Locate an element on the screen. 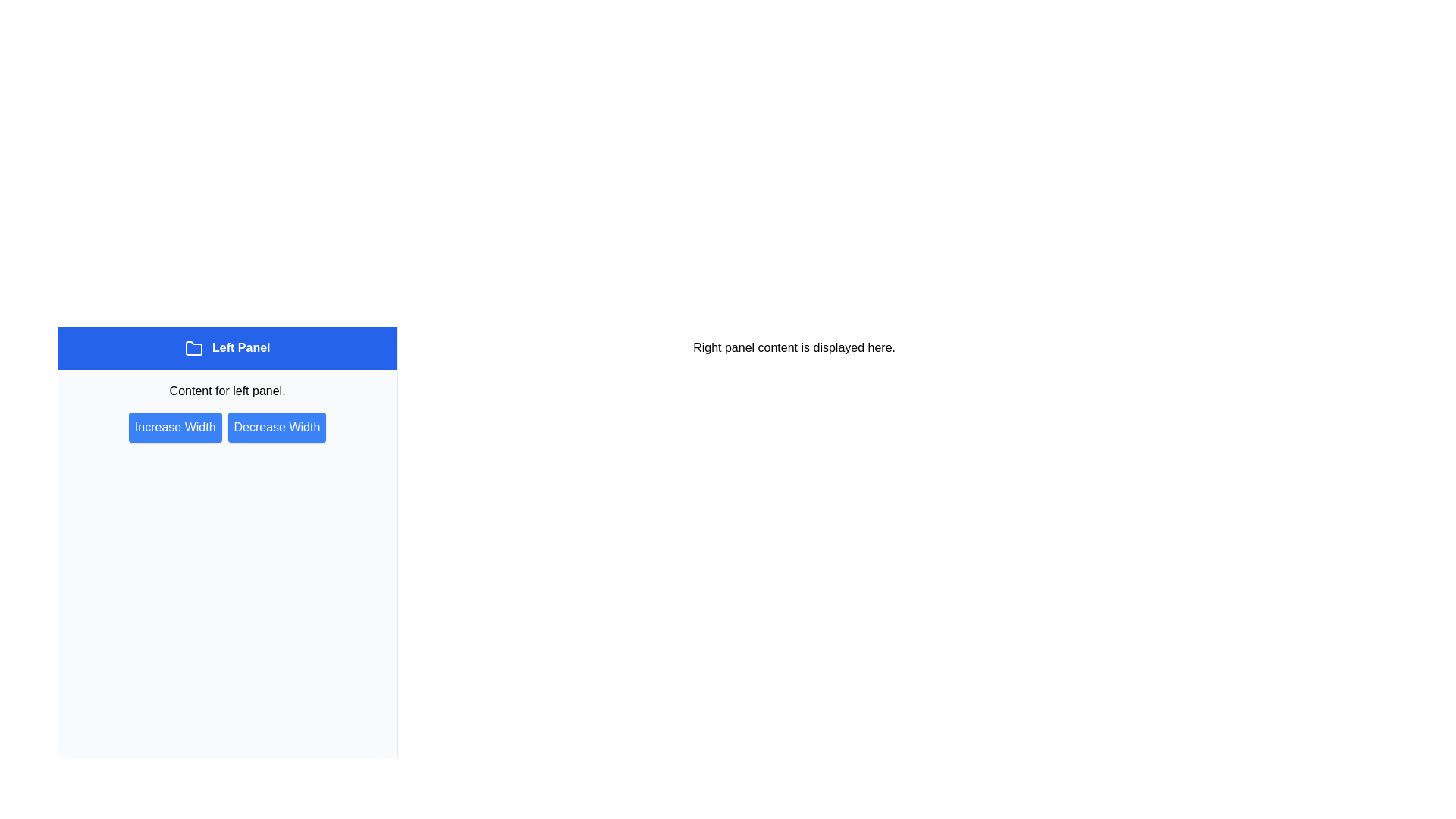  the first button in the left panel button group that increases the width of a specific component is located at coordinates (175, 427).